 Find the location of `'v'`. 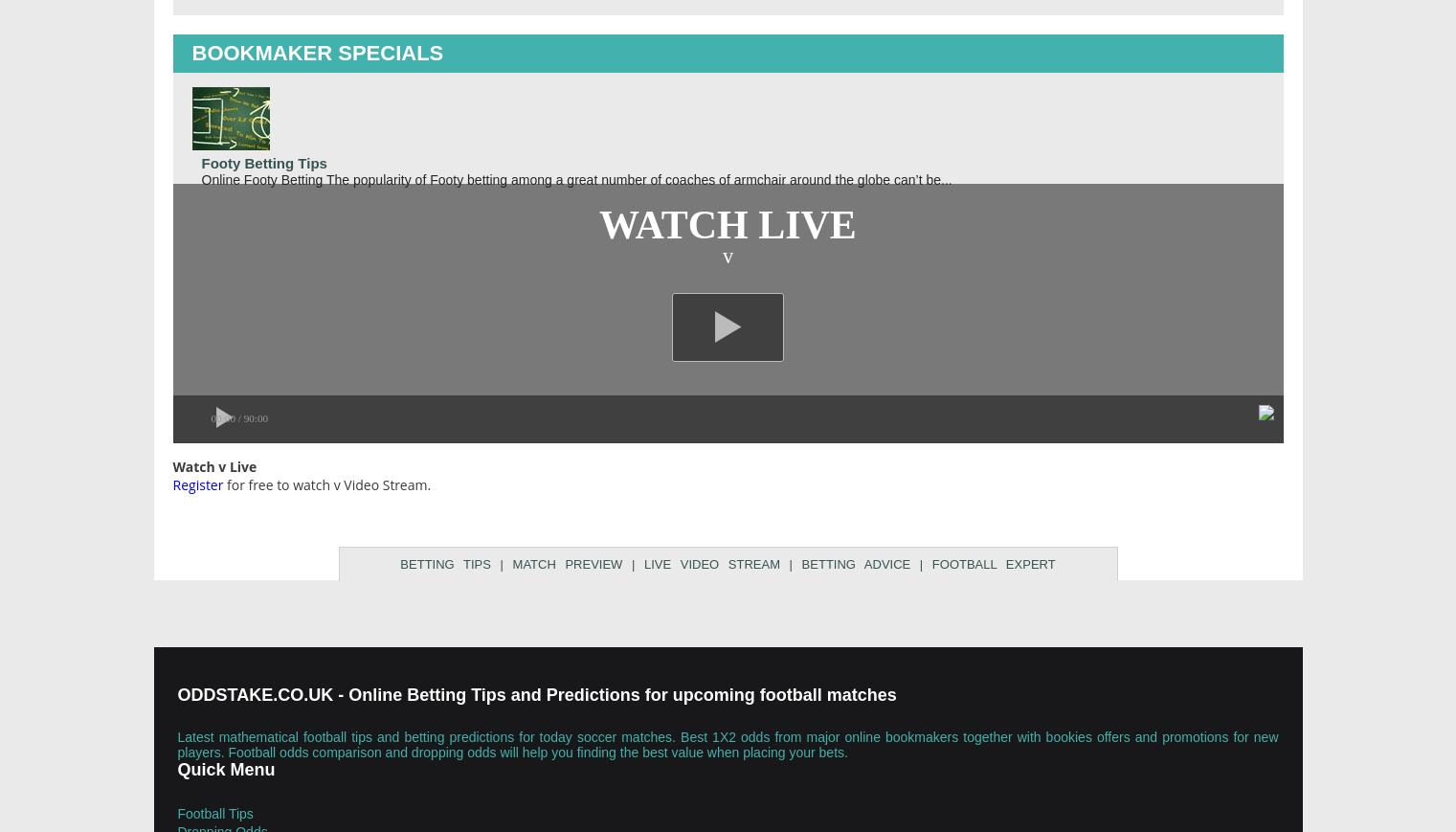

'v' is located at coordinates (727, 254).